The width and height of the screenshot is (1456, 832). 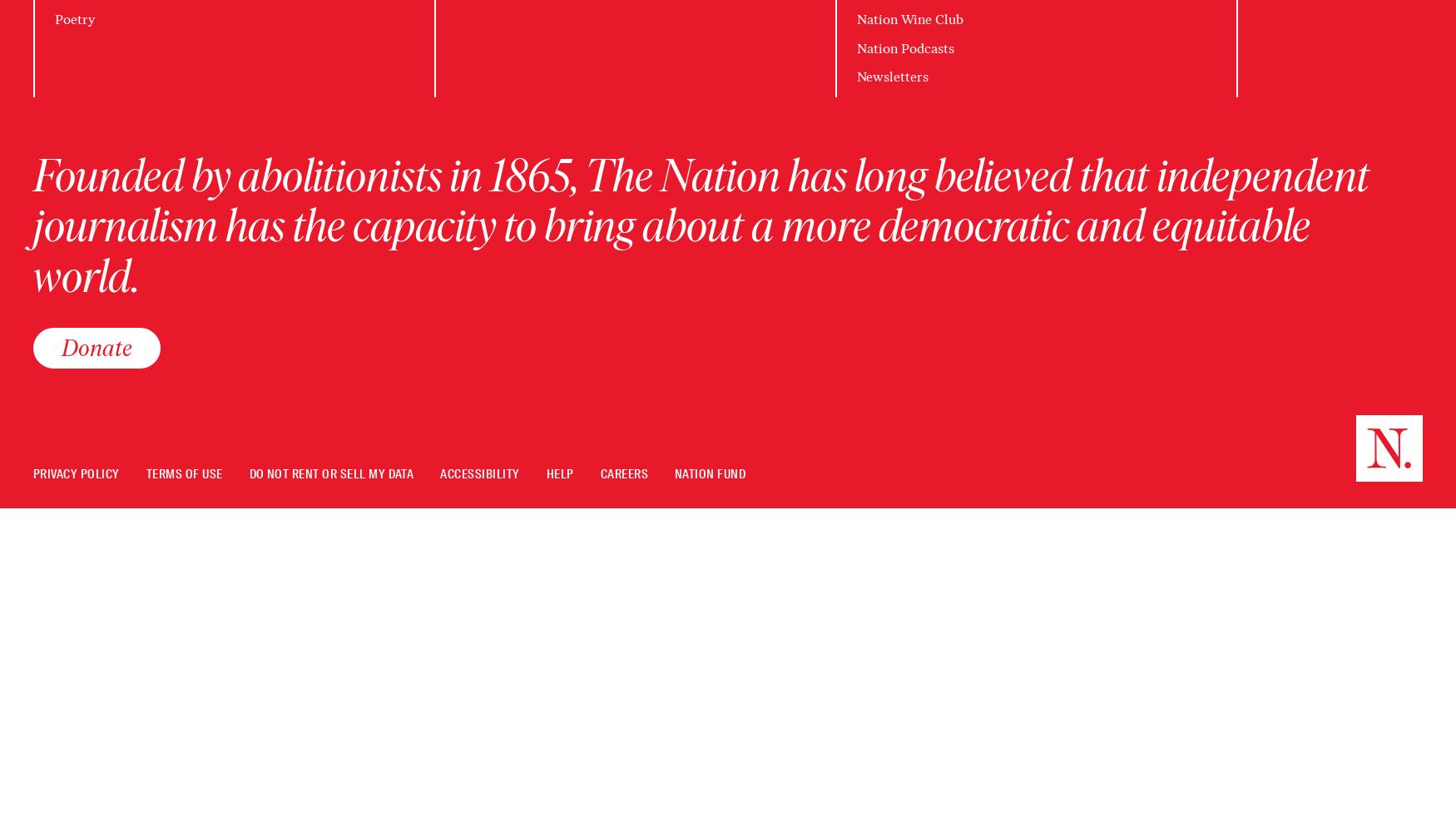 What do you see at coordinates (673, 473) in the screenshot?
I see `'Nation Fund'` at bounding box center [673, 473].